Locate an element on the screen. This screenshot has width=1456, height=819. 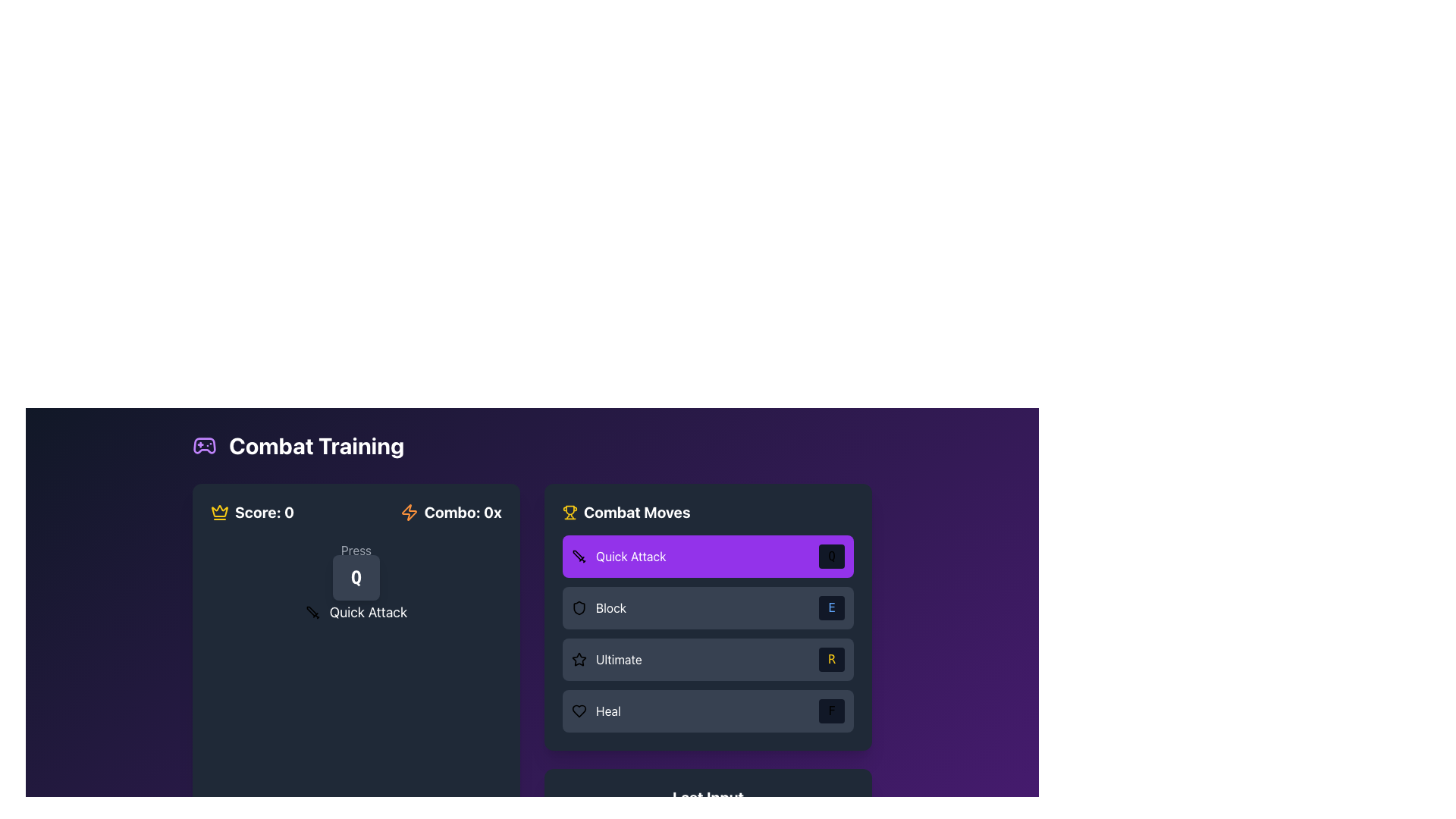
the sword icon in the 'Quick Attack' section of the Combat Training interface, which is the first icon preceding the 'Quick Attack' label is located at coordinates (312, 611).